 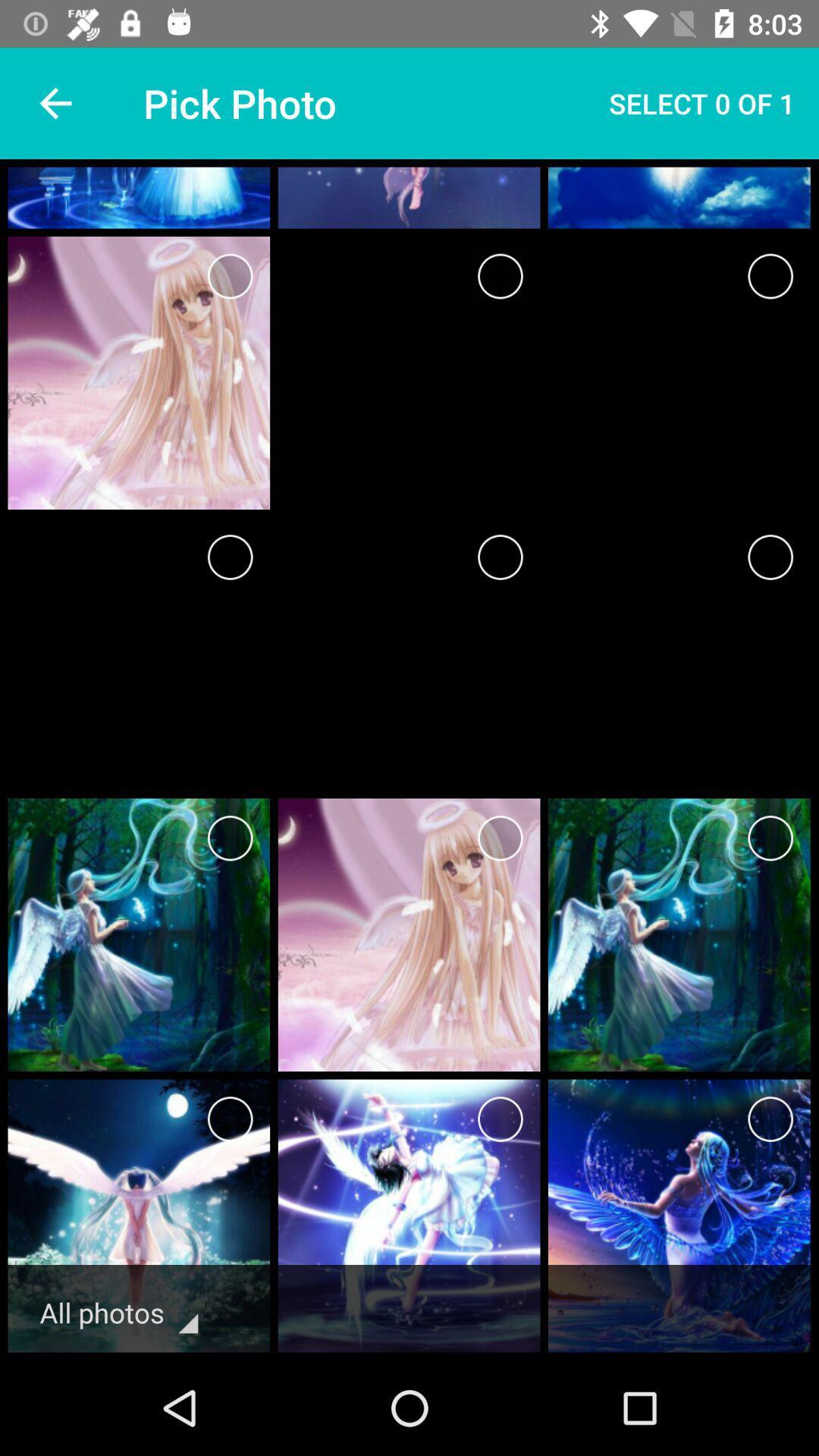 I want to click on this icon, so click(x=500, y=837).